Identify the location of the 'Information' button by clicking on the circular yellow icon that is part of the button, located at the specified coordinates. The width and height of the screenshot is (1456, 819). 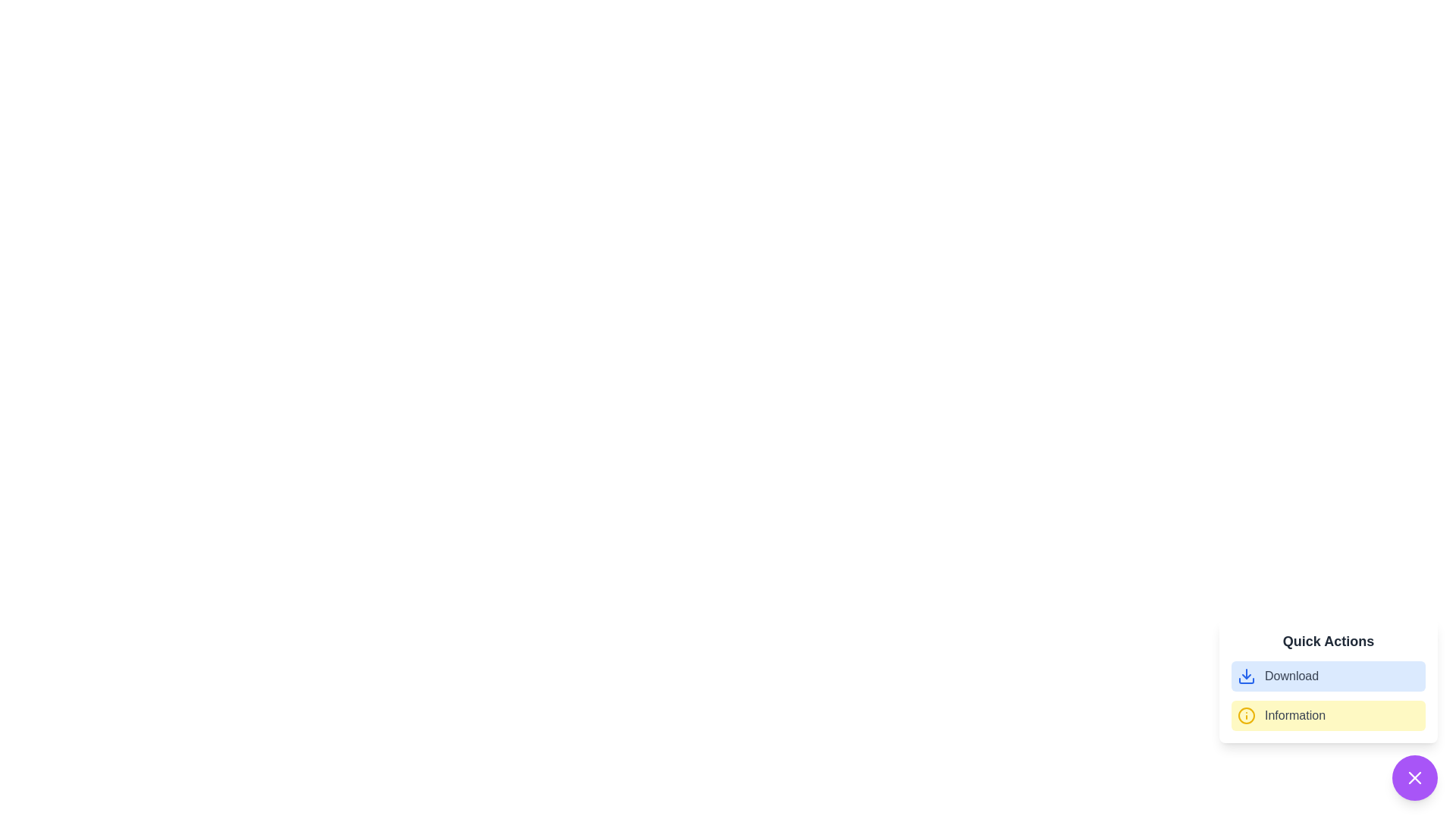
(1246, 716).